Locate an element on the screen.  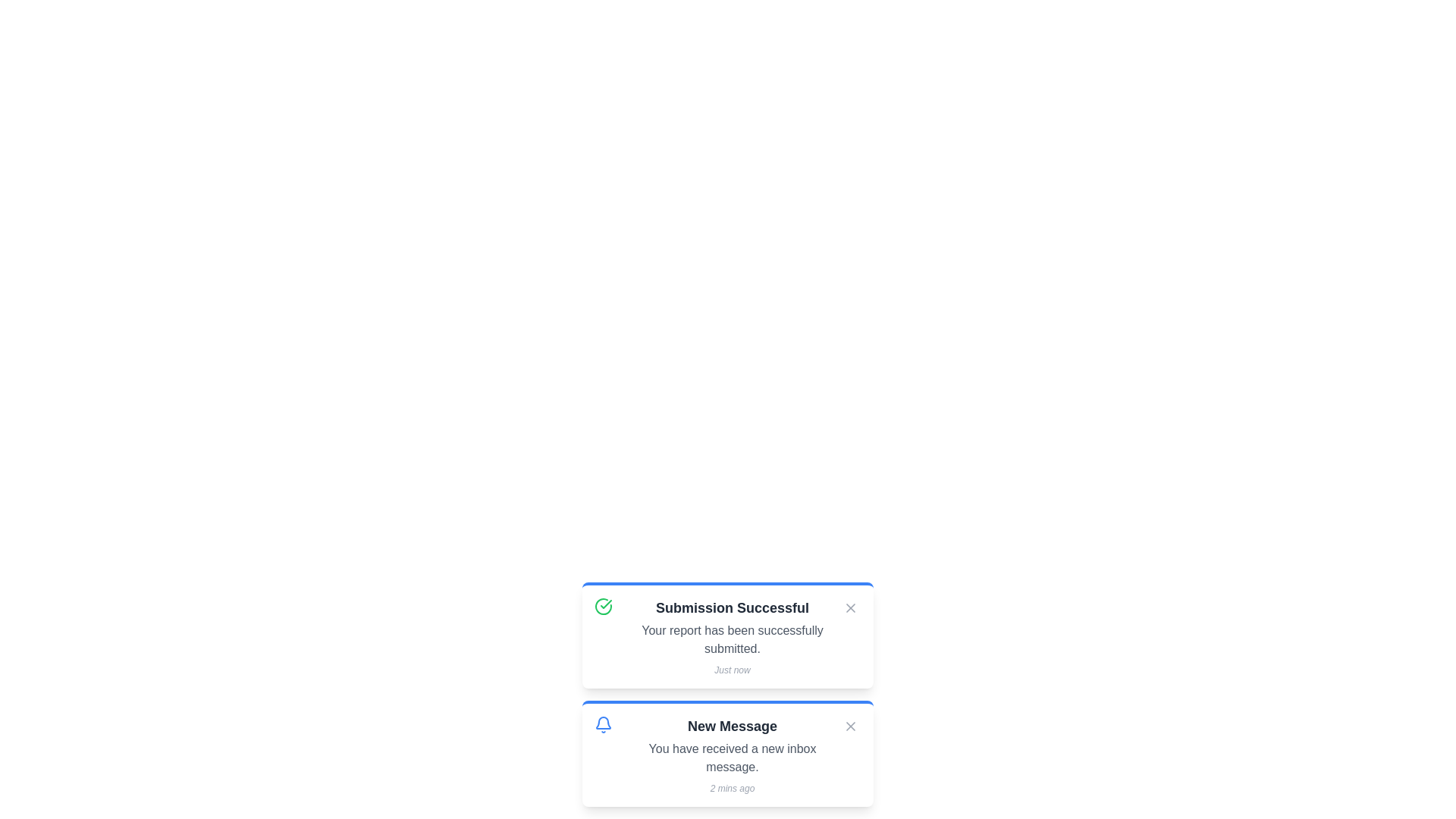
the icon representing the notification type for the first notification is located at coordinates (603, 605).